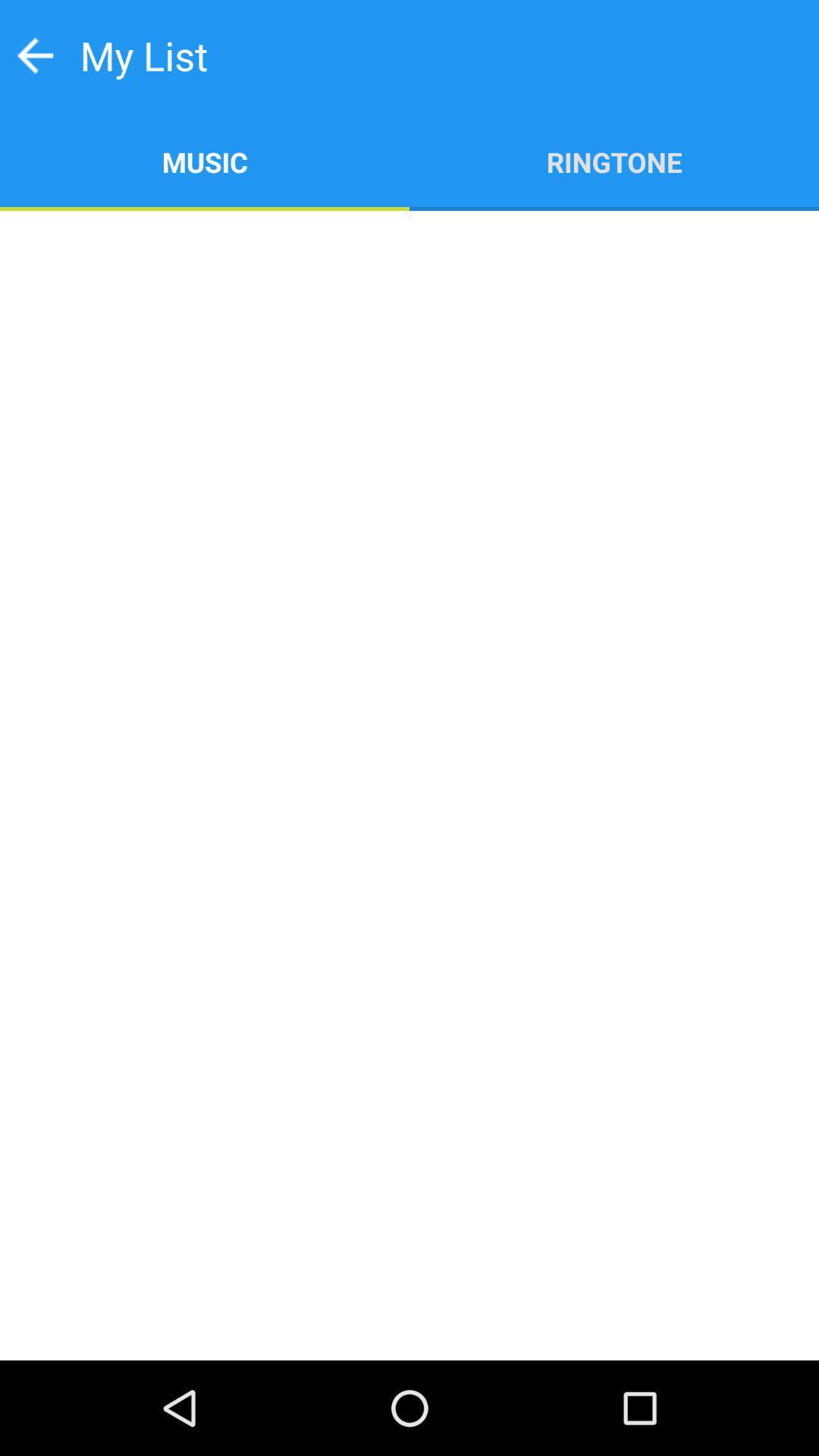 The width and height of the screenshot is (819, 1456). Describe the element at coordinates (409, 786) in the screenshot. I see `item below music icon` at that location.